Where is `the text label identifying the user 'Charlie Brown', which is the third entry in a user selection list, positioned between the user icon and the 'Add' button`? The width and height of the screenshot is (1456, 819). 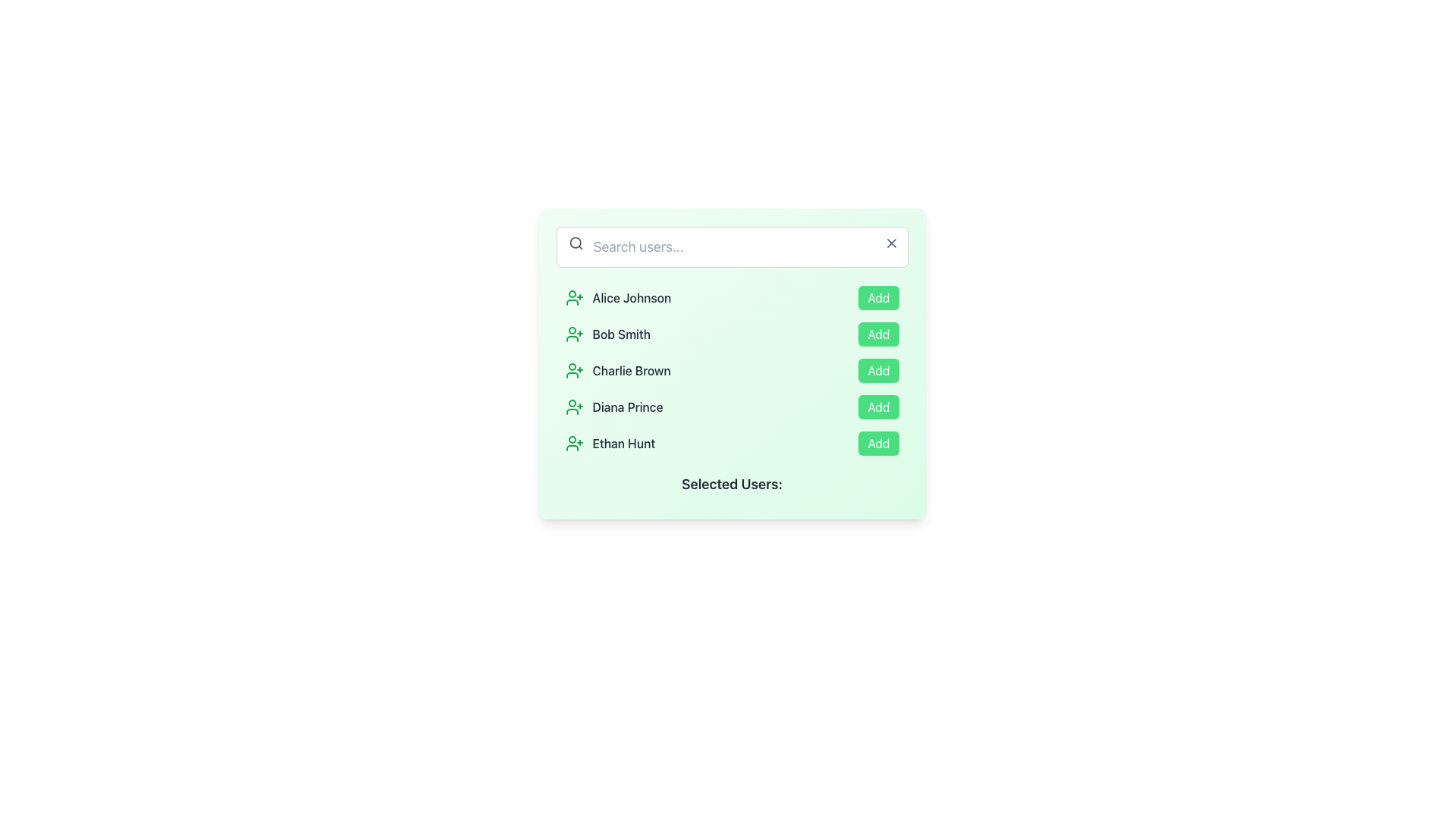
the text label identifying the user 'Charlie Brown', which is the third entry in a user selection list, positioned between the user icon and the 'Add' button is located at coordinates (632, 371).